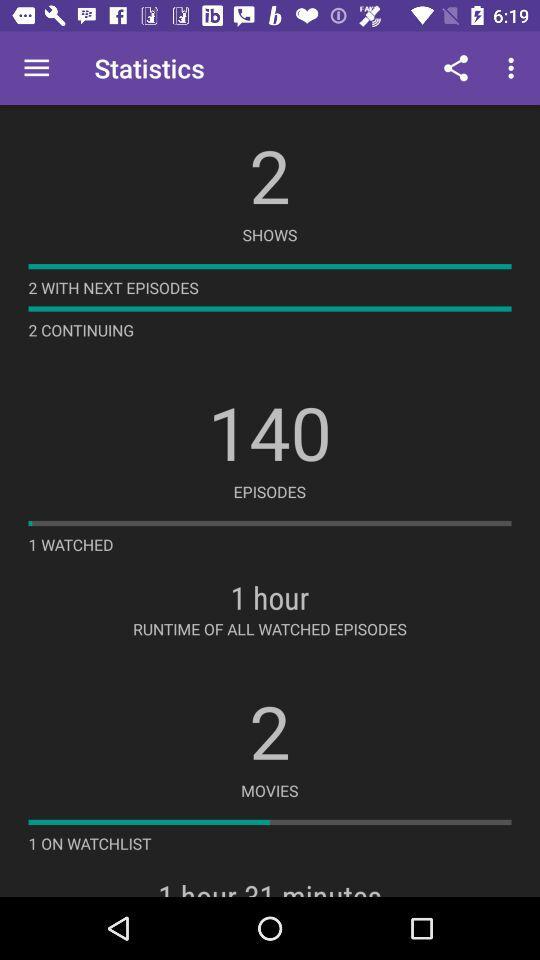 This screenshot has height=960, width=540. What do you see at coordinates (89, 842) in the screenshot?
I see `1 on watchlist` at bounding box center [89, 842].